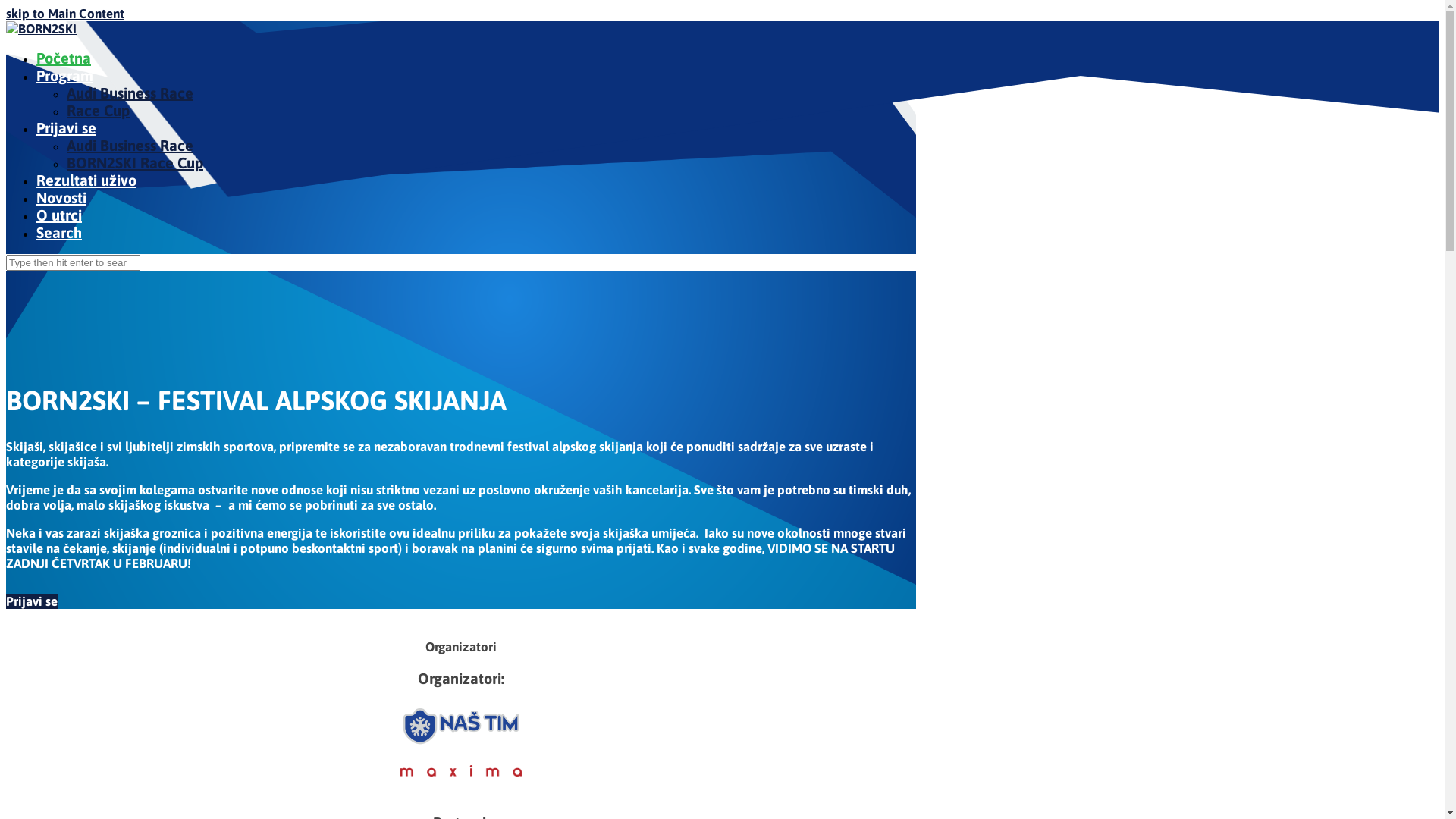  I want to click on 'Search', so click(36, 232).